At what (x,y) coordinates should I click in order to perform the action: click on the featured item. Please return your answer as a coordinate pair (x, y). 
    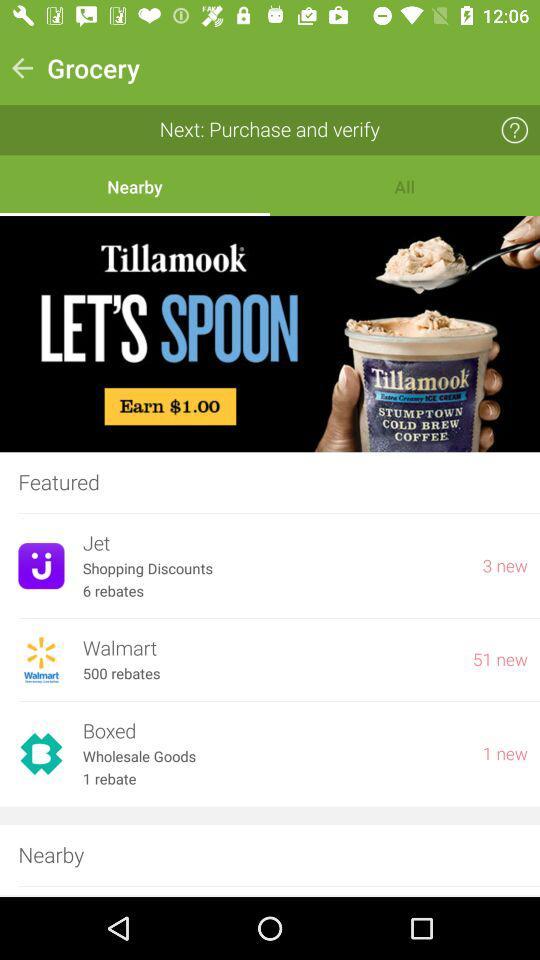
    Looking at the image, I should click on (270, 481).